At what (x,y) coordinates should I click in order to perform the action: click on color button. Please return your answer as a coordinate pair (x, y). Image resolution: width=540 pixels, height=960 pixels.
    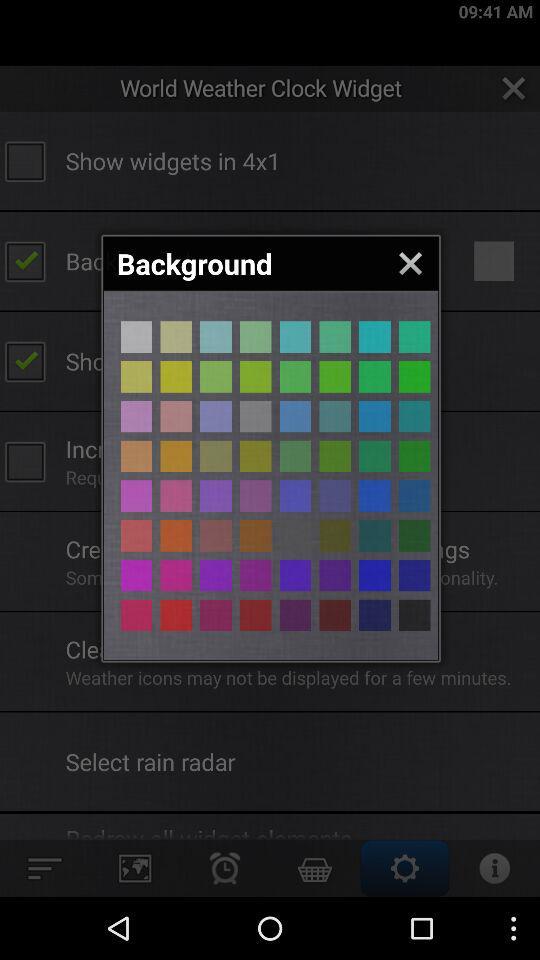
    Looking at the image, I should click on (215, 495).